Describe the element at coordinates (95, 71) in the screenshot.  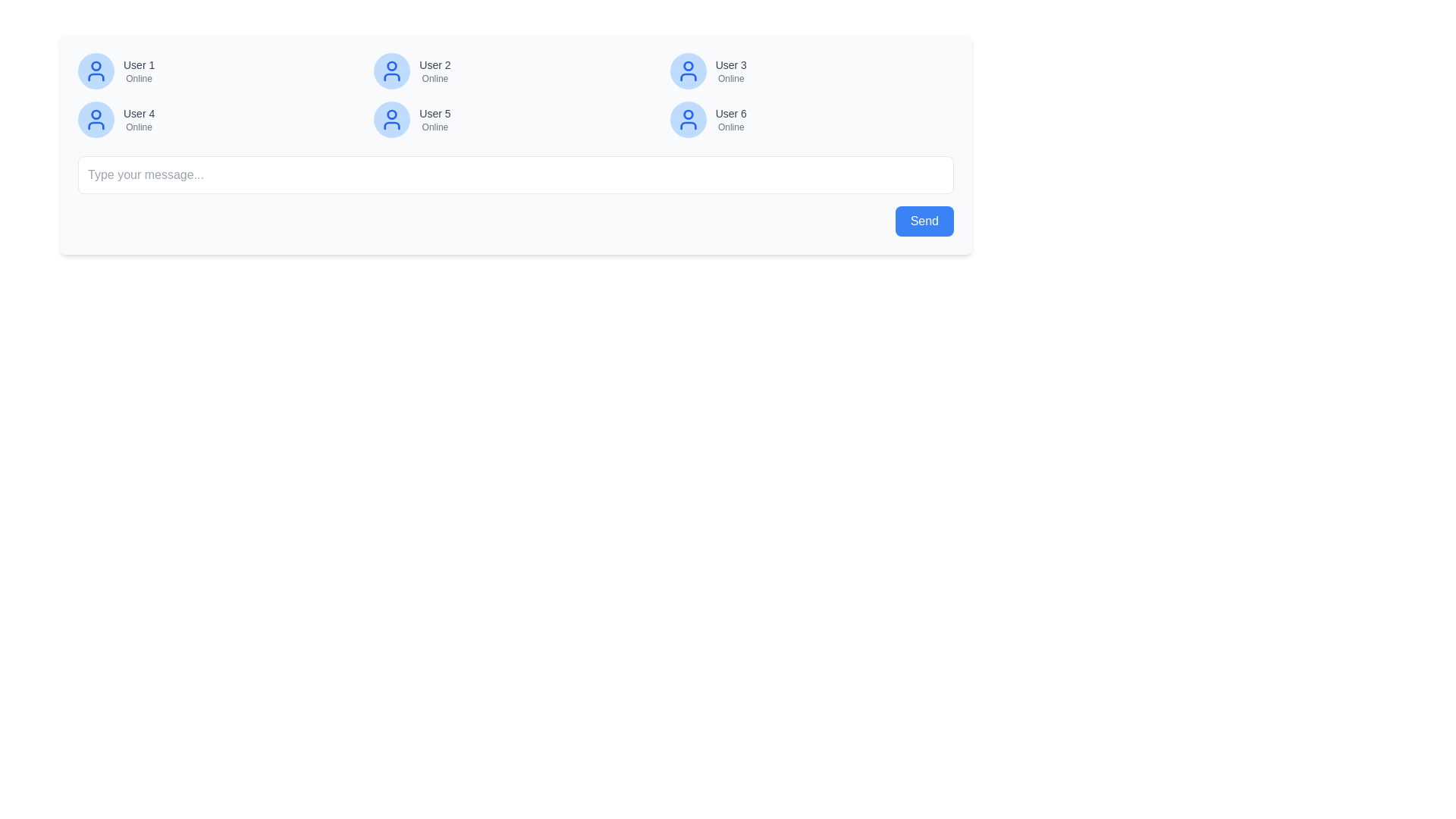
I see `the user profile icon located in the top-left corner of the user list section by moving the cursor to it` at that location.